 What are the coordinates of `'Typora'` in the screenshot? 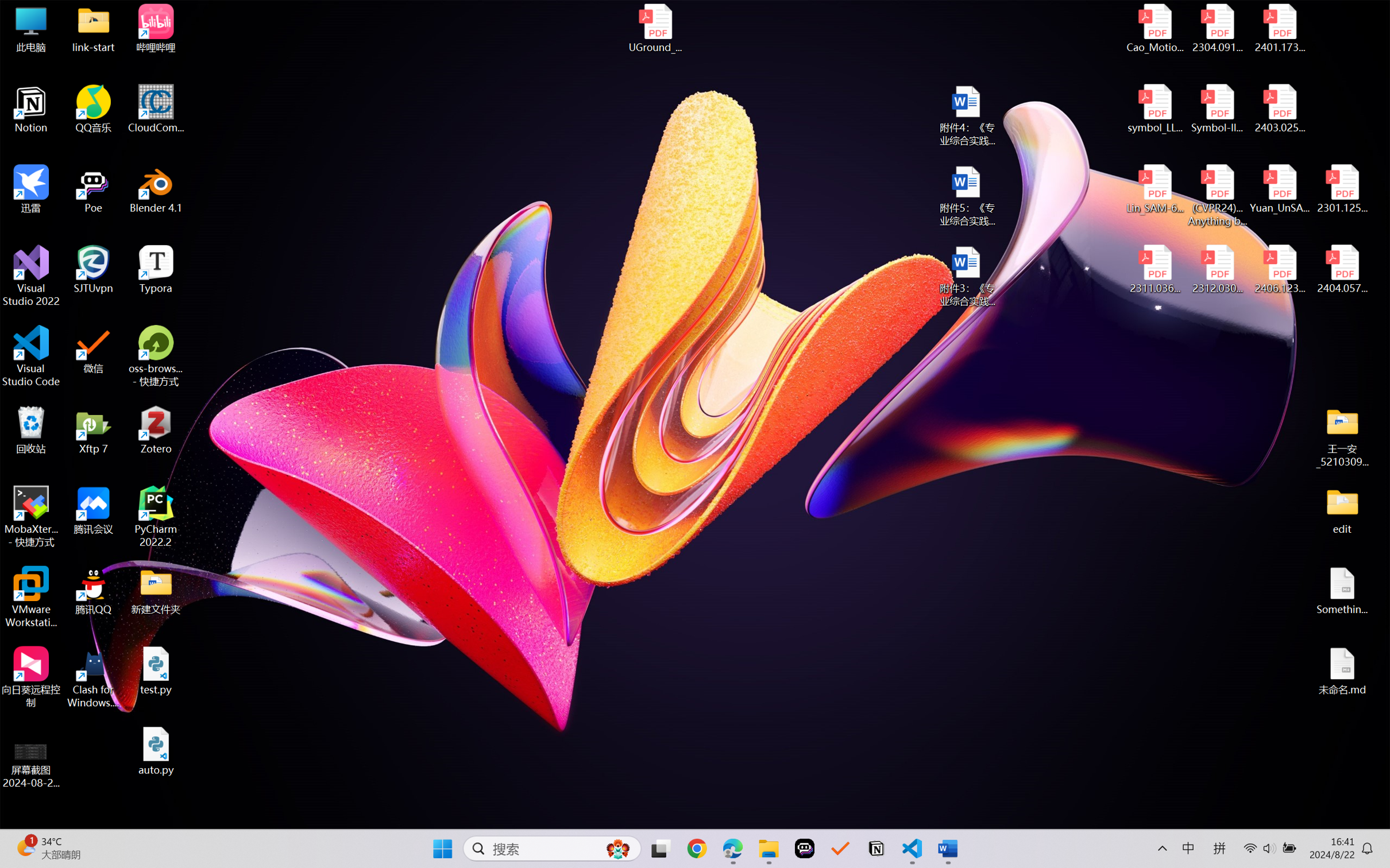 It's located at (156, 269).